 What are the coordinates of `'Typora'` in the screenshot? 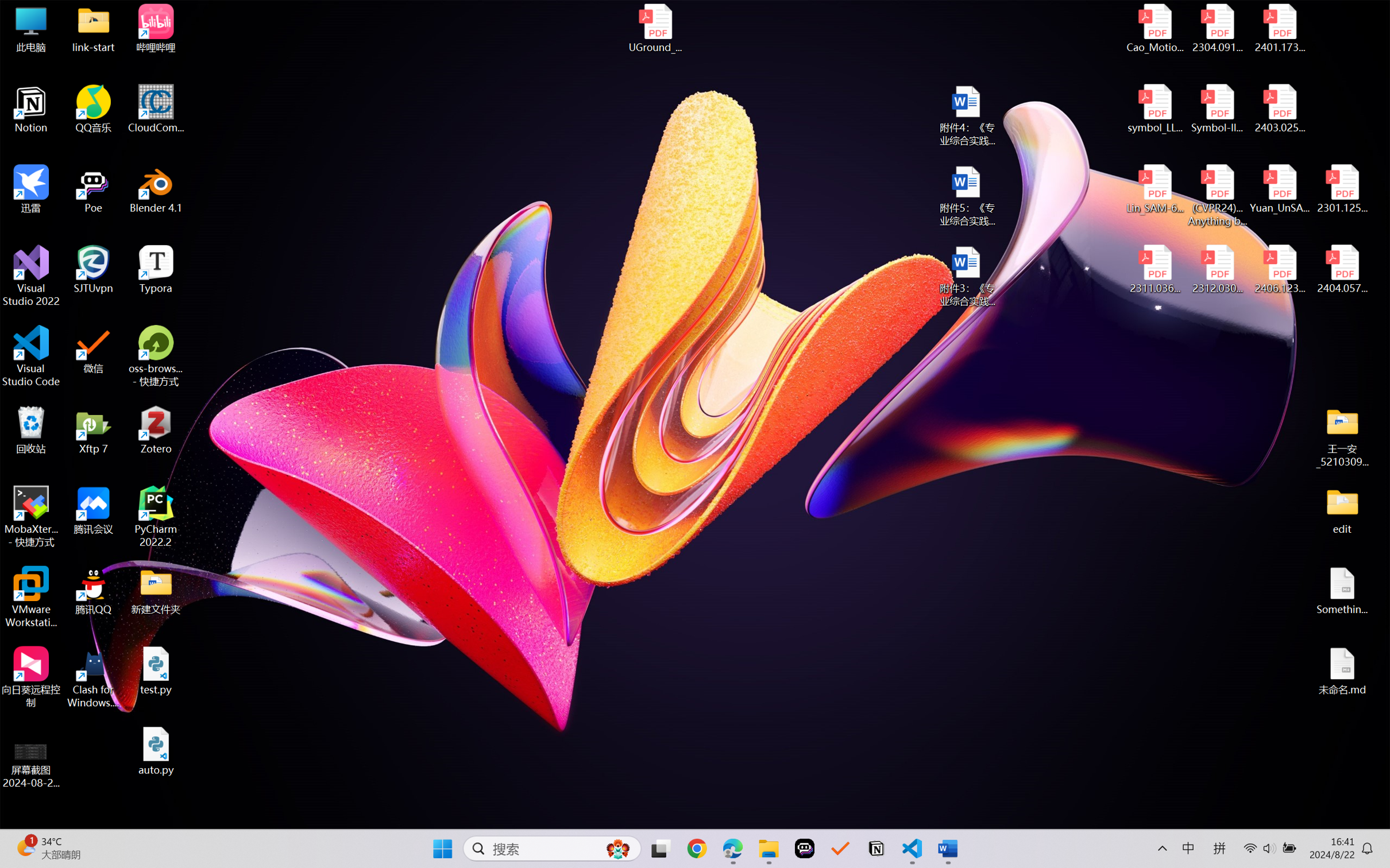 It's located at (156, 269).